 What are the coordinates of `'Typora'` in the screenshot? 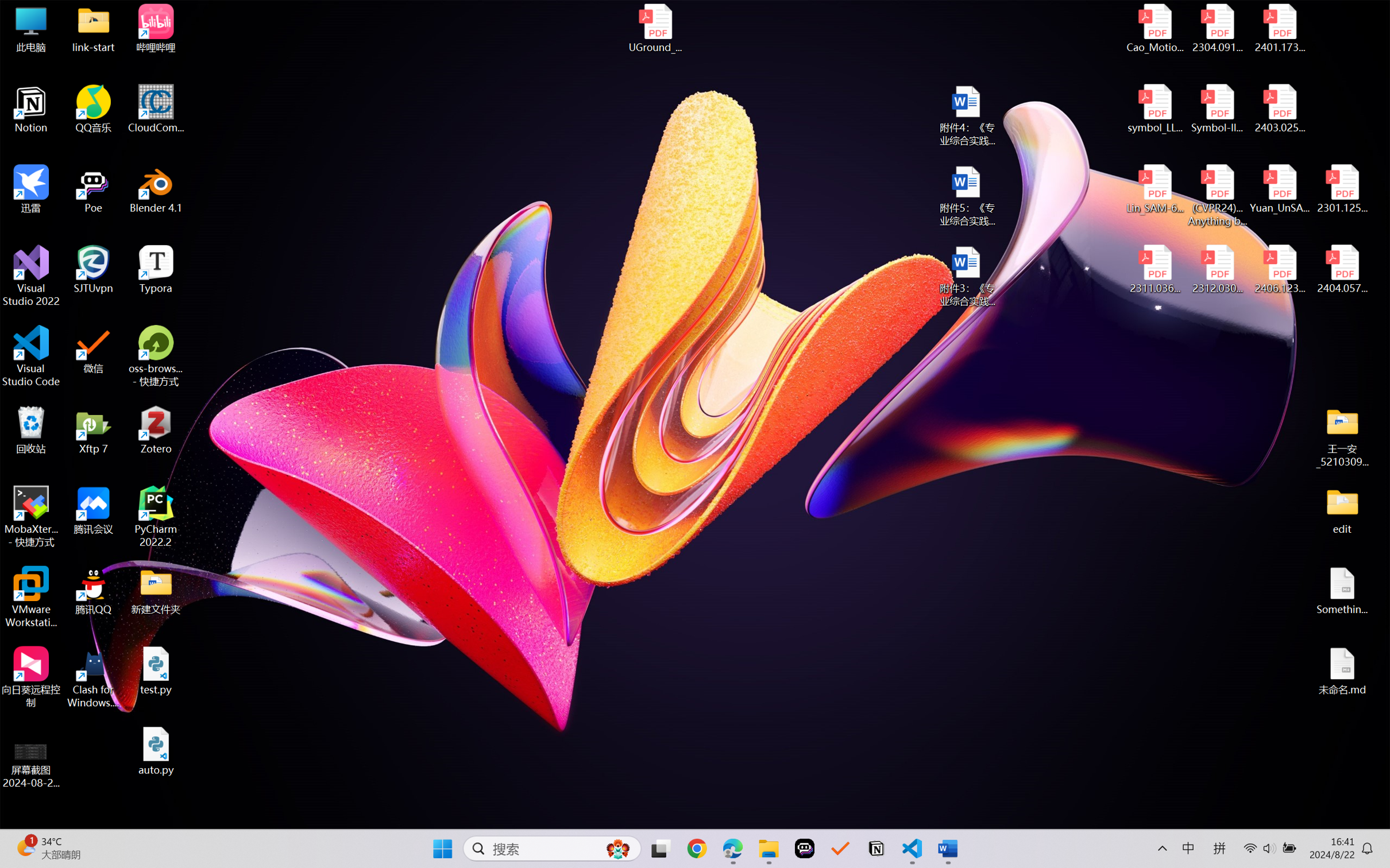 It's located at (156, 269).